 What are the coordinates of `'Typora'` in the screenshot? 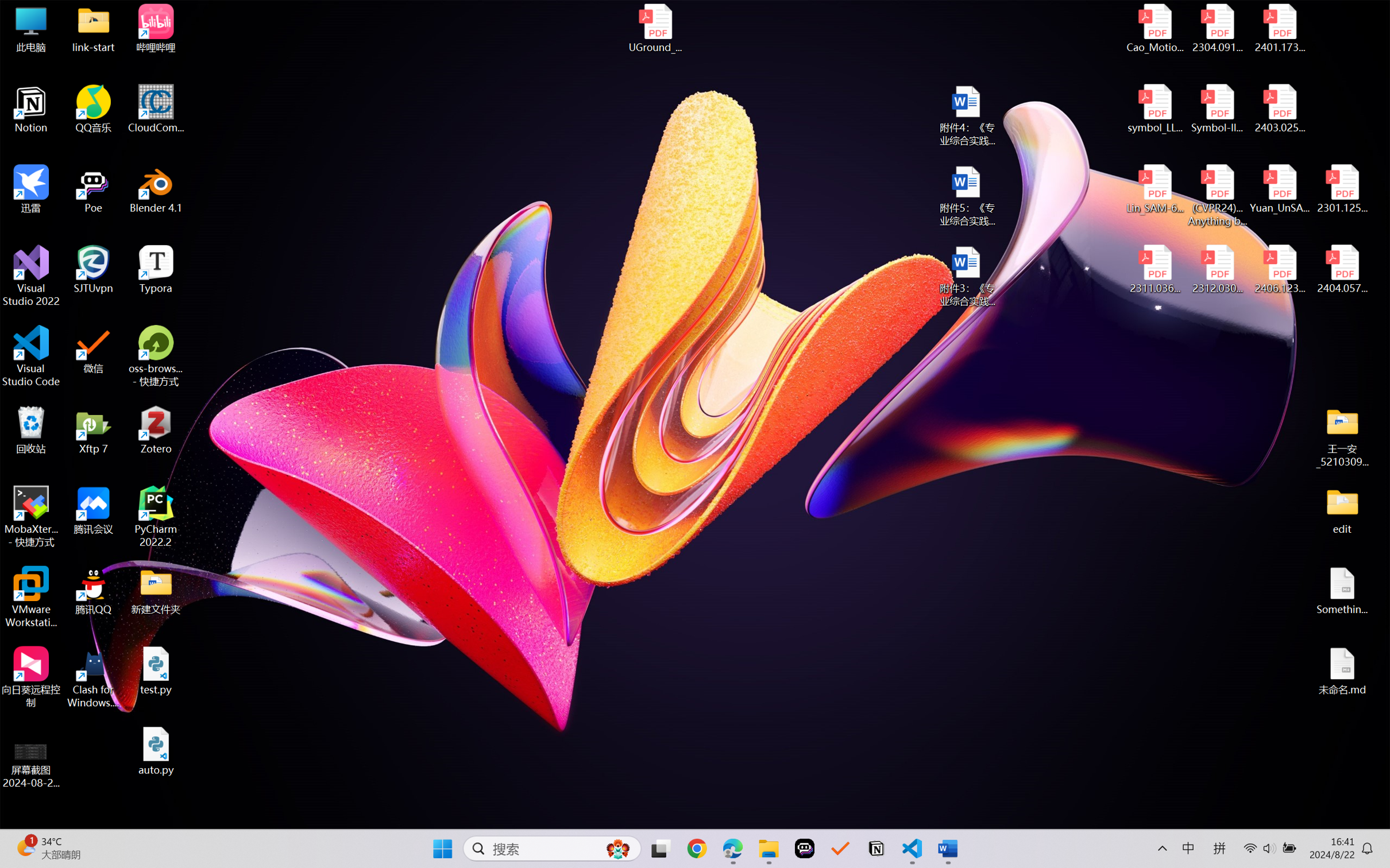 It's located at (156, 269).